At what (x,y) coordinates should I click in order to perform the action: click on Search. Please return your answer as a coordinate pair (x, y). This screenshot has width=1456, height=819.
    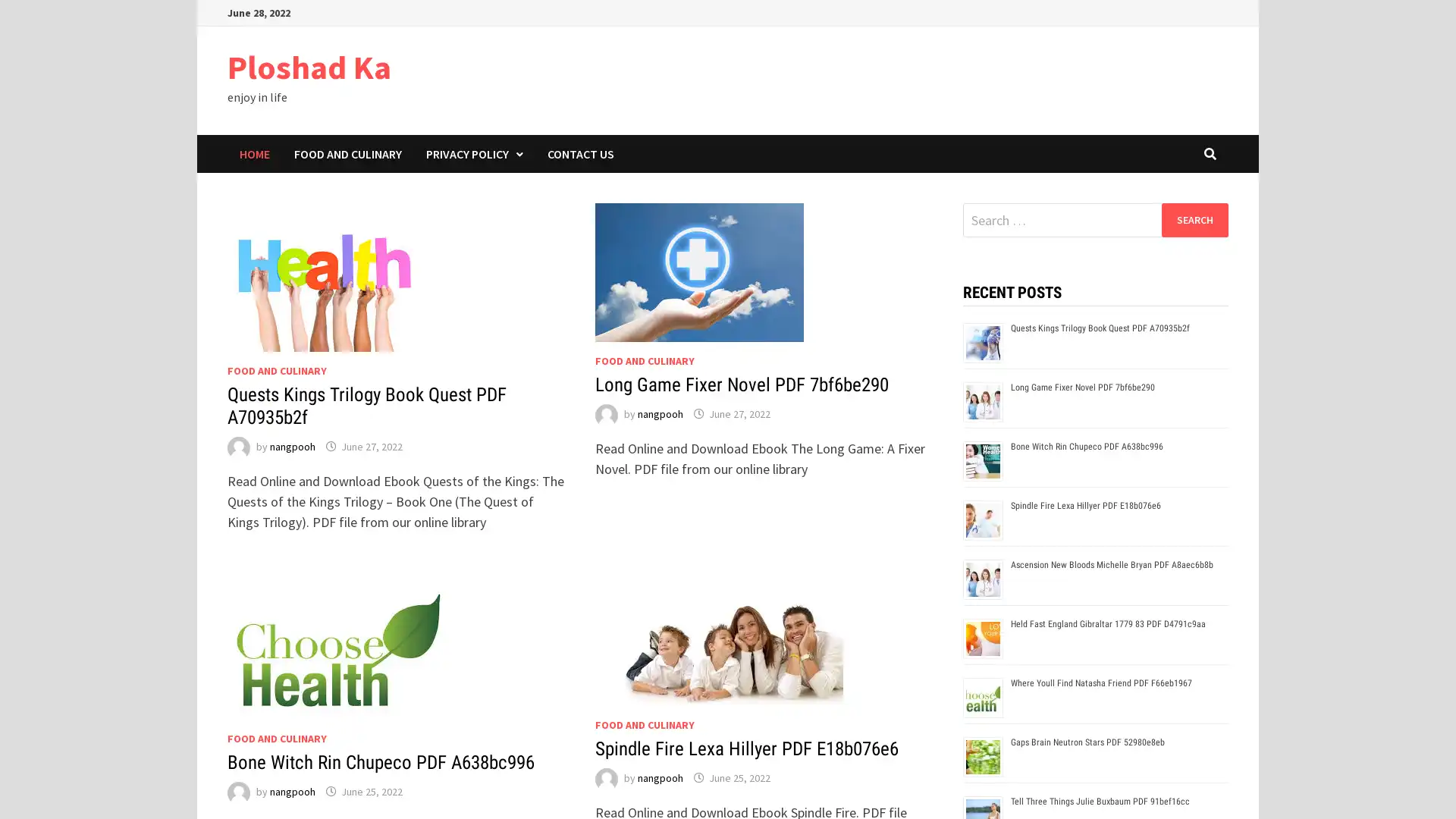
    Looking at the image, I should click on (1194, 219).